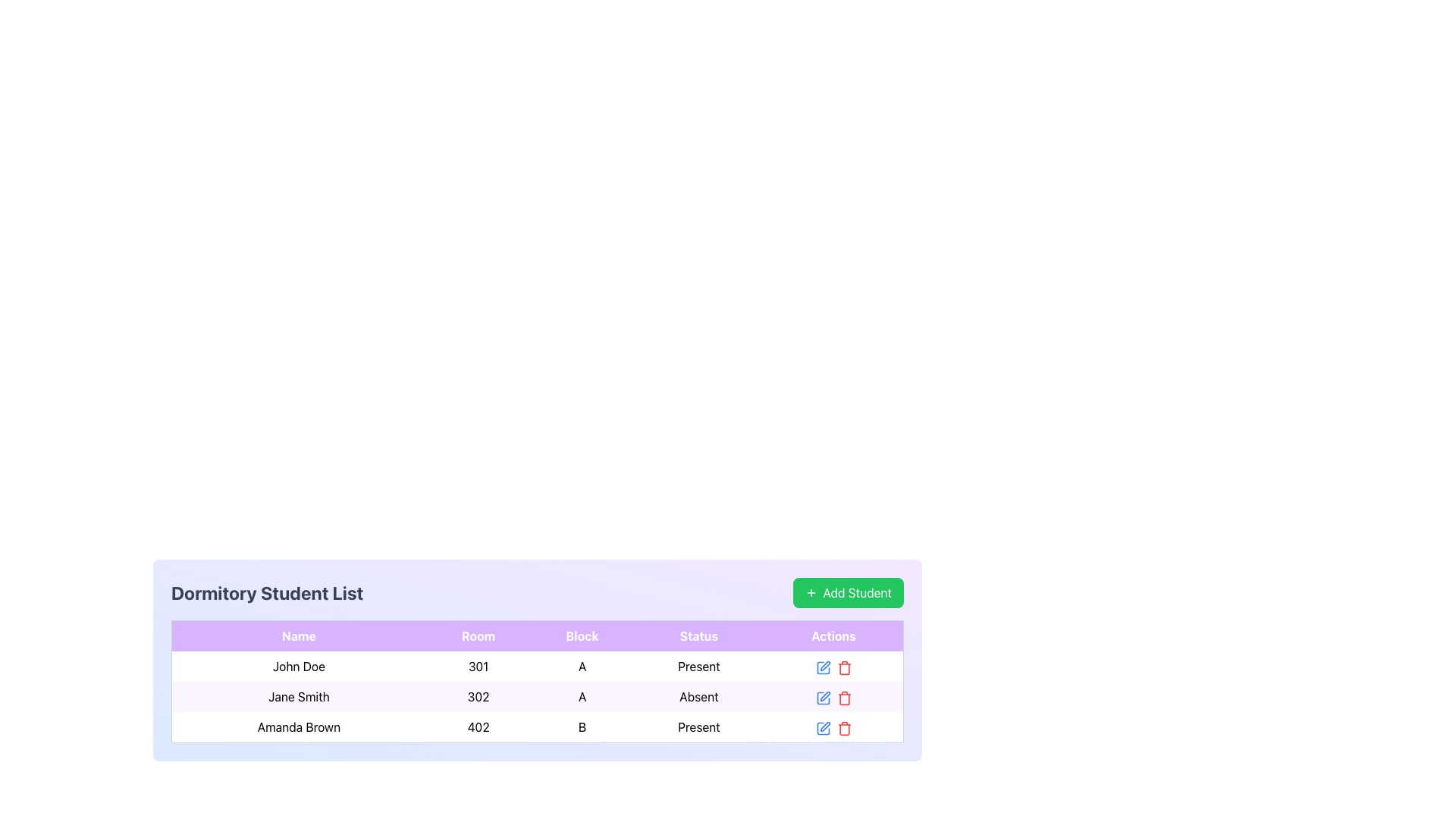  Describe the element at coordinates (538, 666) in the screenshot. I see `the text within the first row of the 'Dormitory Student List' table that contains 'John Doe', '301', 'A', and 'Present' for copying` at that location.